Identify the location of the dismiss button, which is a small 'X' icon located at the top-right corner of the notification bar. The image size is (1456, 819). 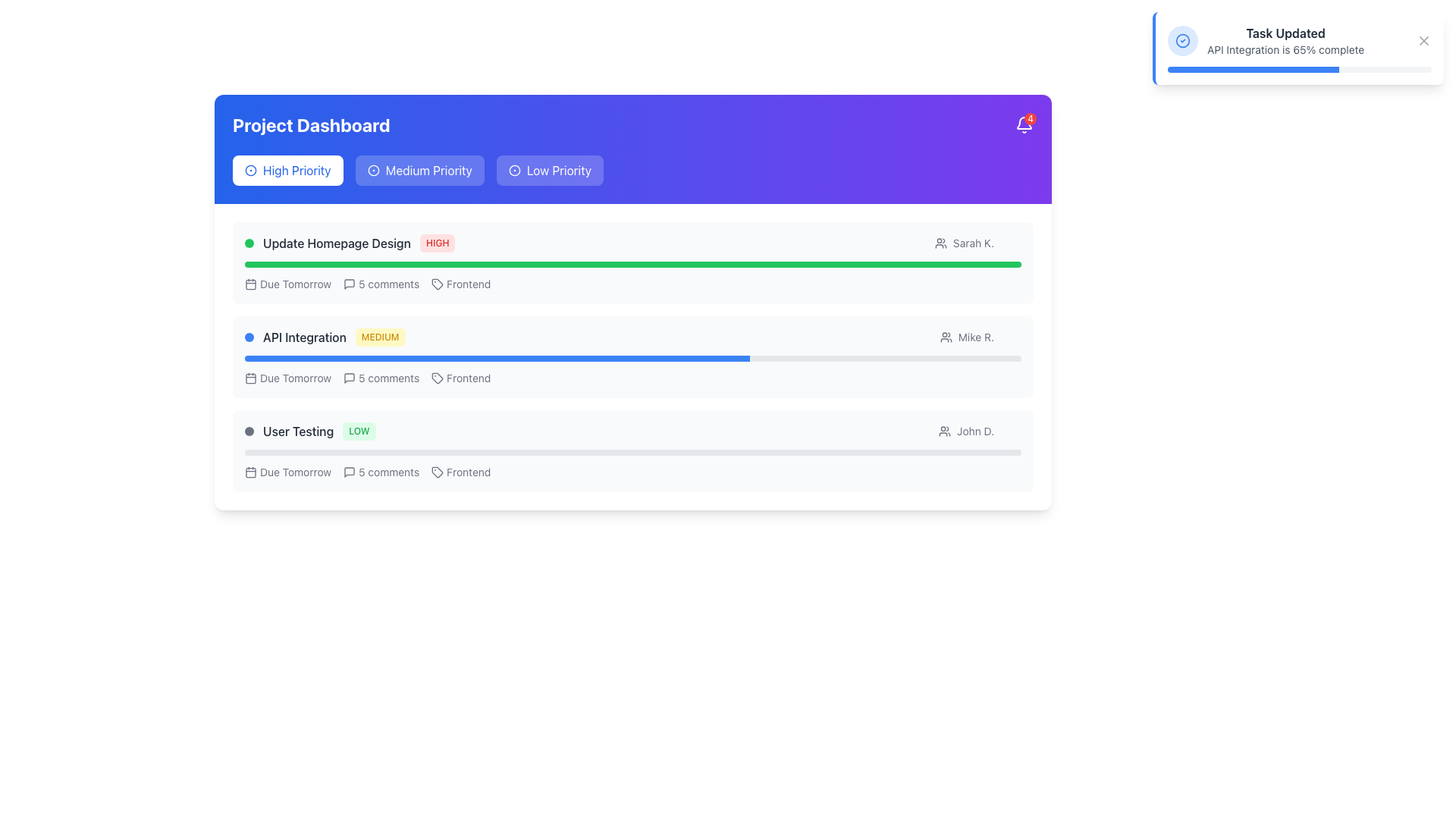
(1423, 40).